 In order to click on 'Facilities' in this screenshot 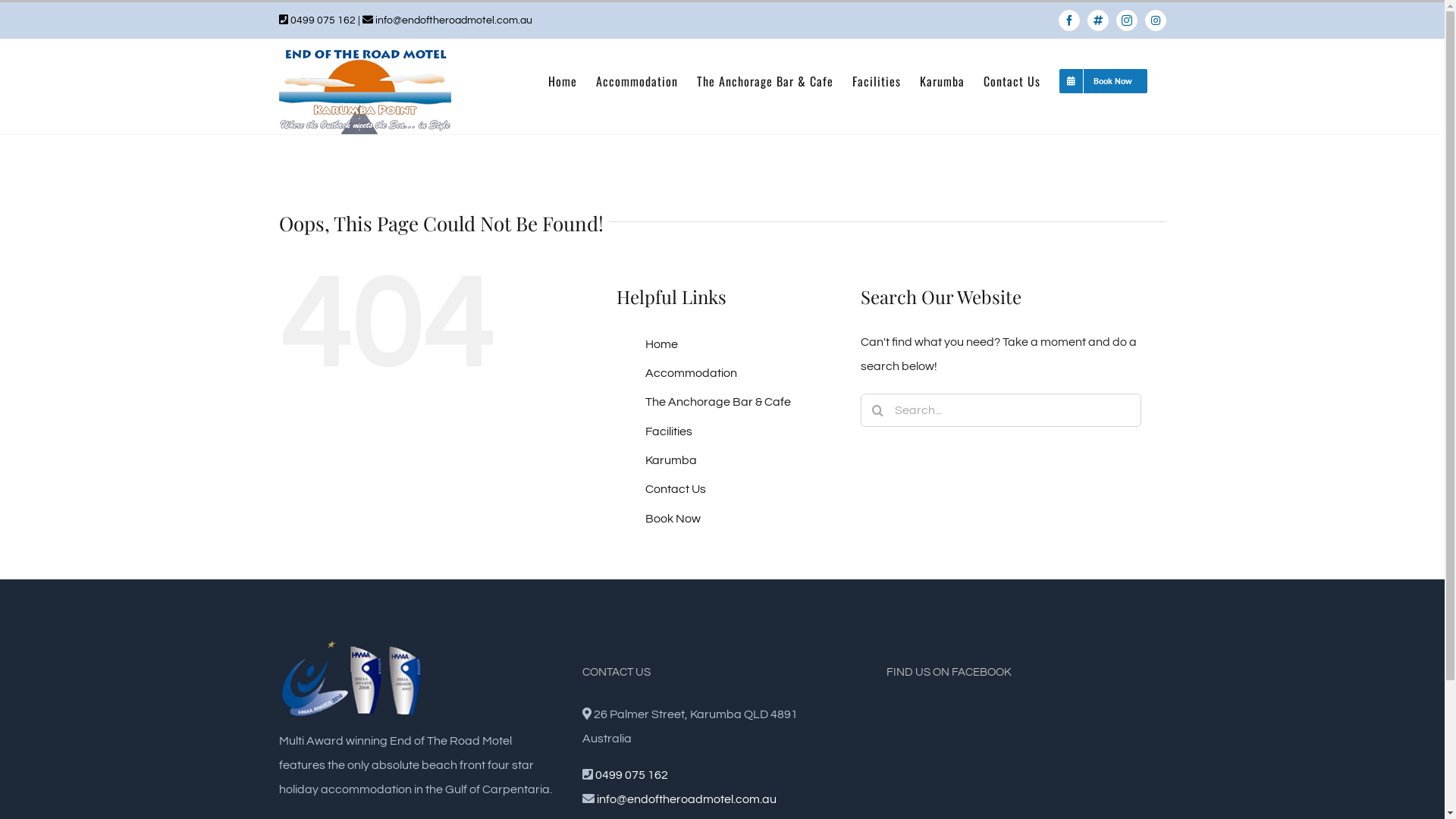, I will do `click(668, 431)`.